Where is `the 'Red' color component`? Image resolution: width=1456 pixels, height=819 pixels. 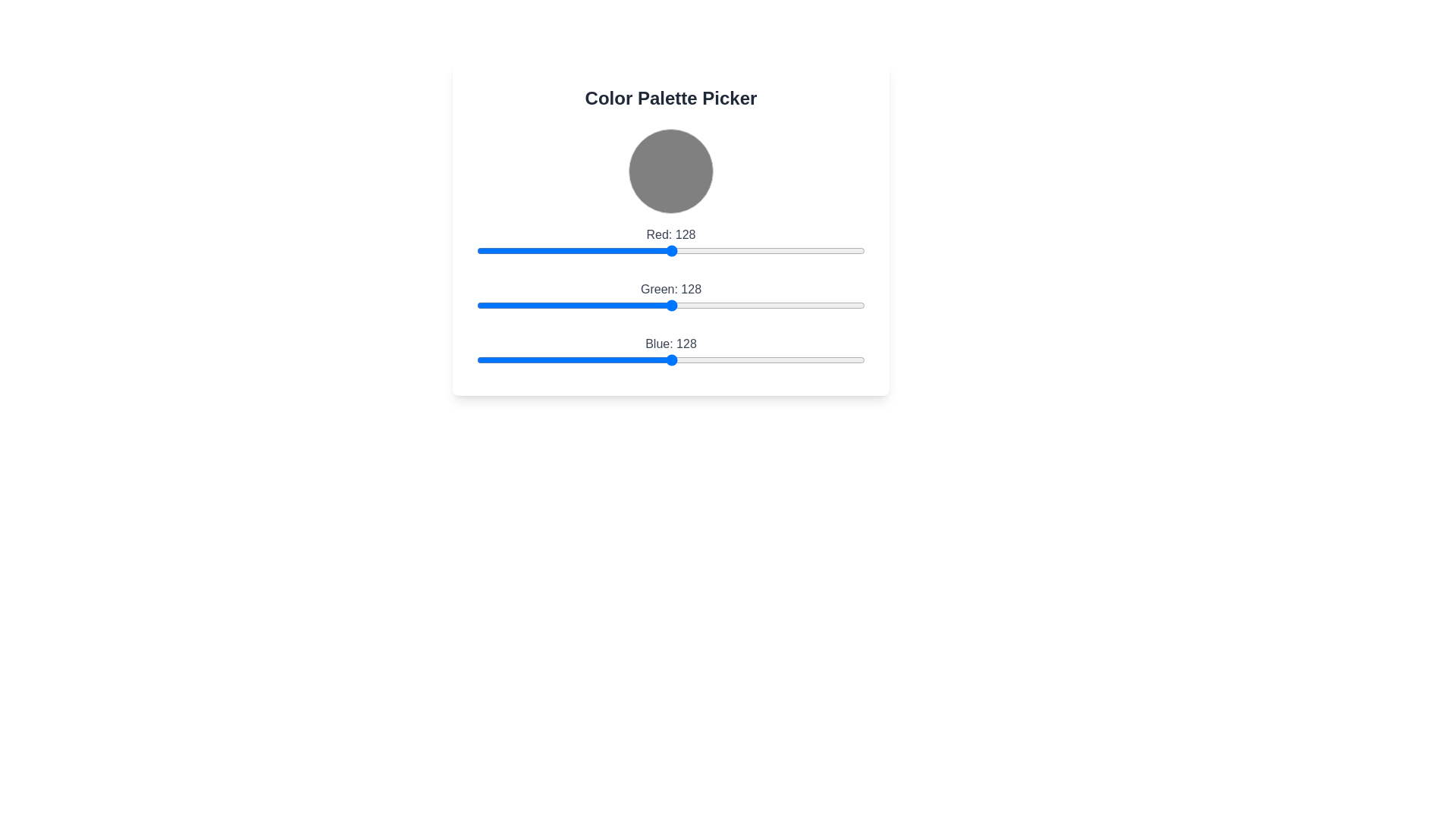 the 'Red' color component is located at coordinates (835, 250).